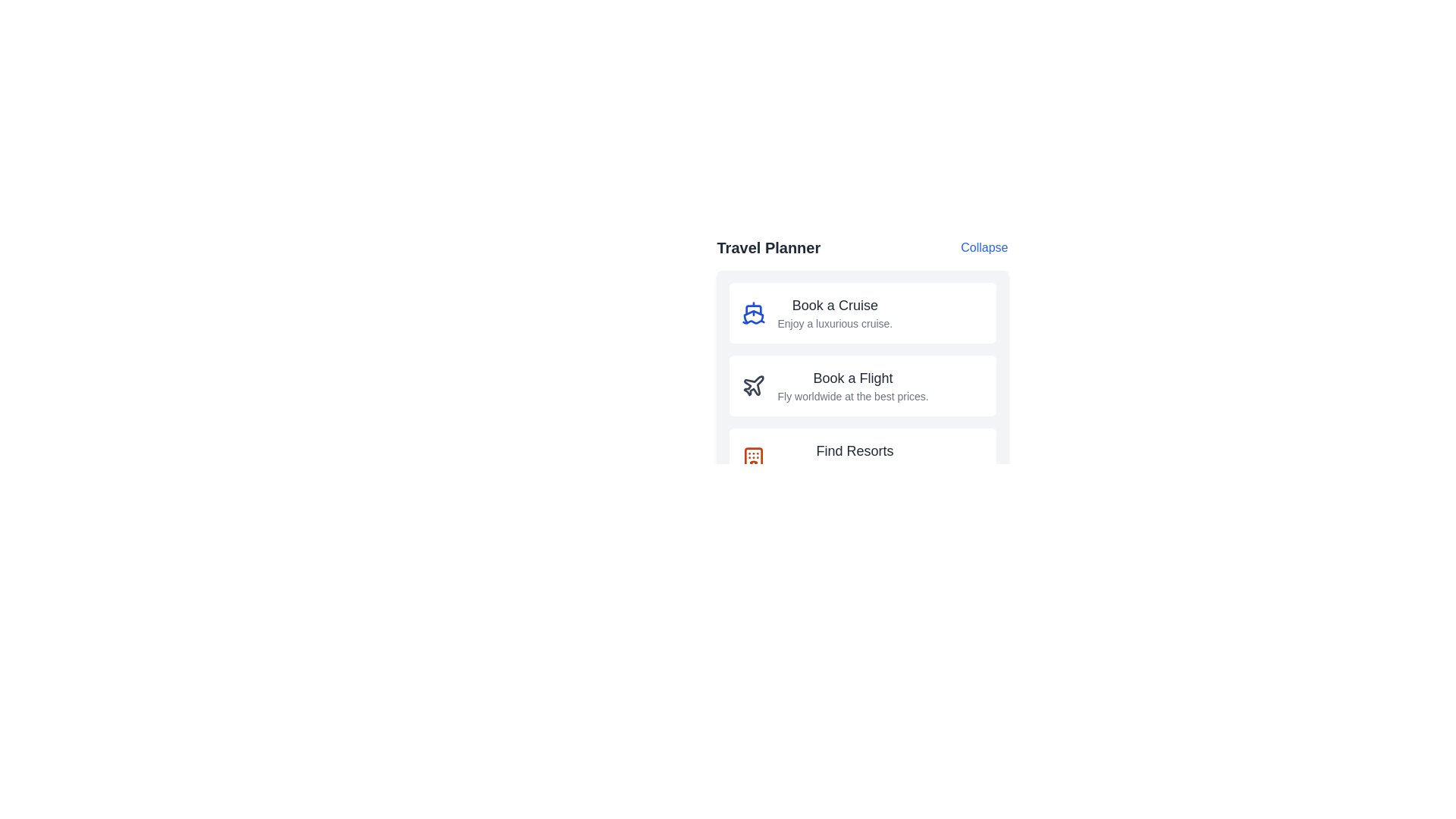 The height and width of the screenshot is (819, 1456). I want to click on the descriptive text 'Enjoy a luxurious cruise.', so click(834, 323).